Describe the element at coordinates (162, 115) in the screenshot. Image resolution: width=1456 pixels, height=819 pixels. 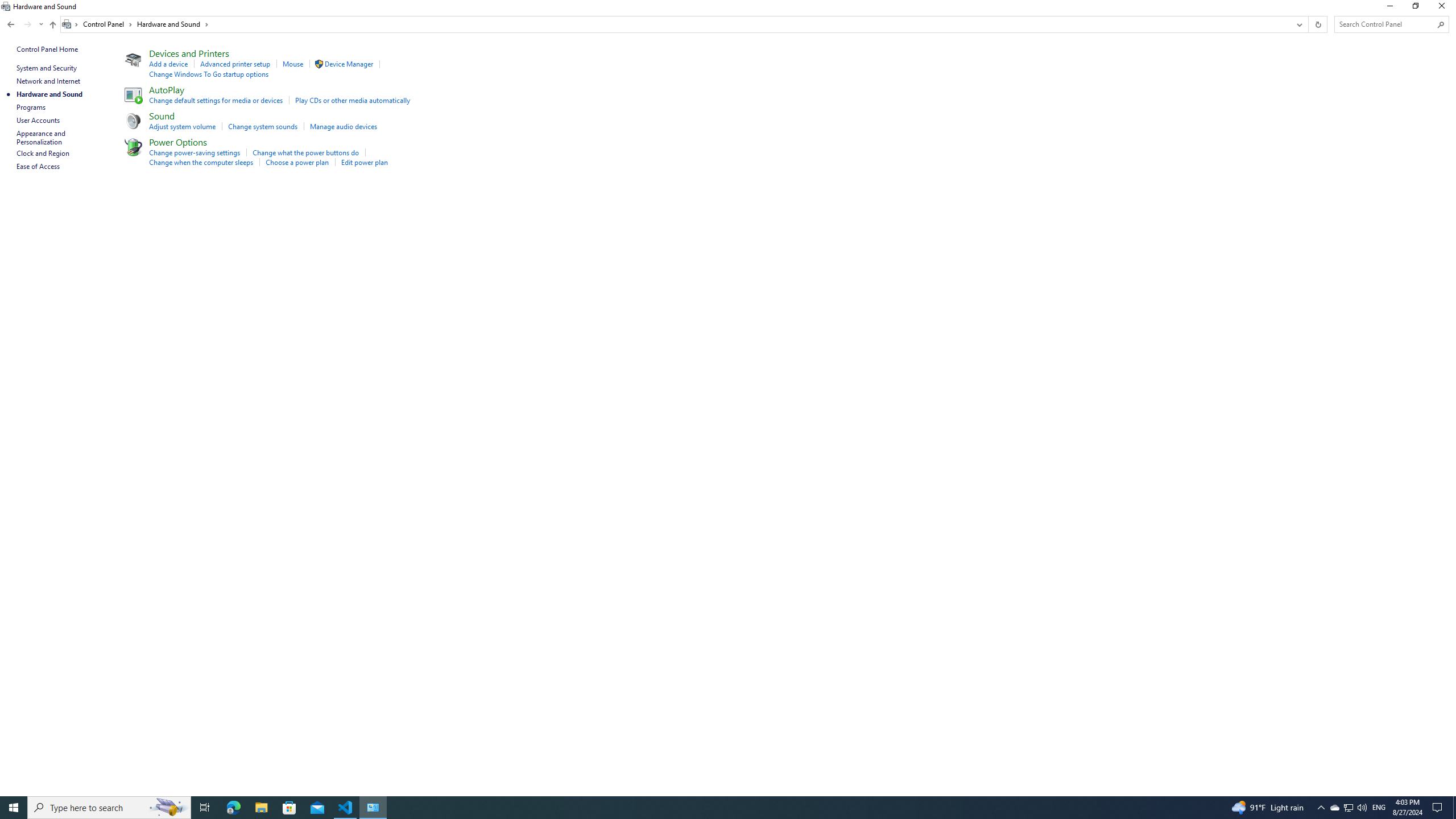
I see `'Sound'` at that location.